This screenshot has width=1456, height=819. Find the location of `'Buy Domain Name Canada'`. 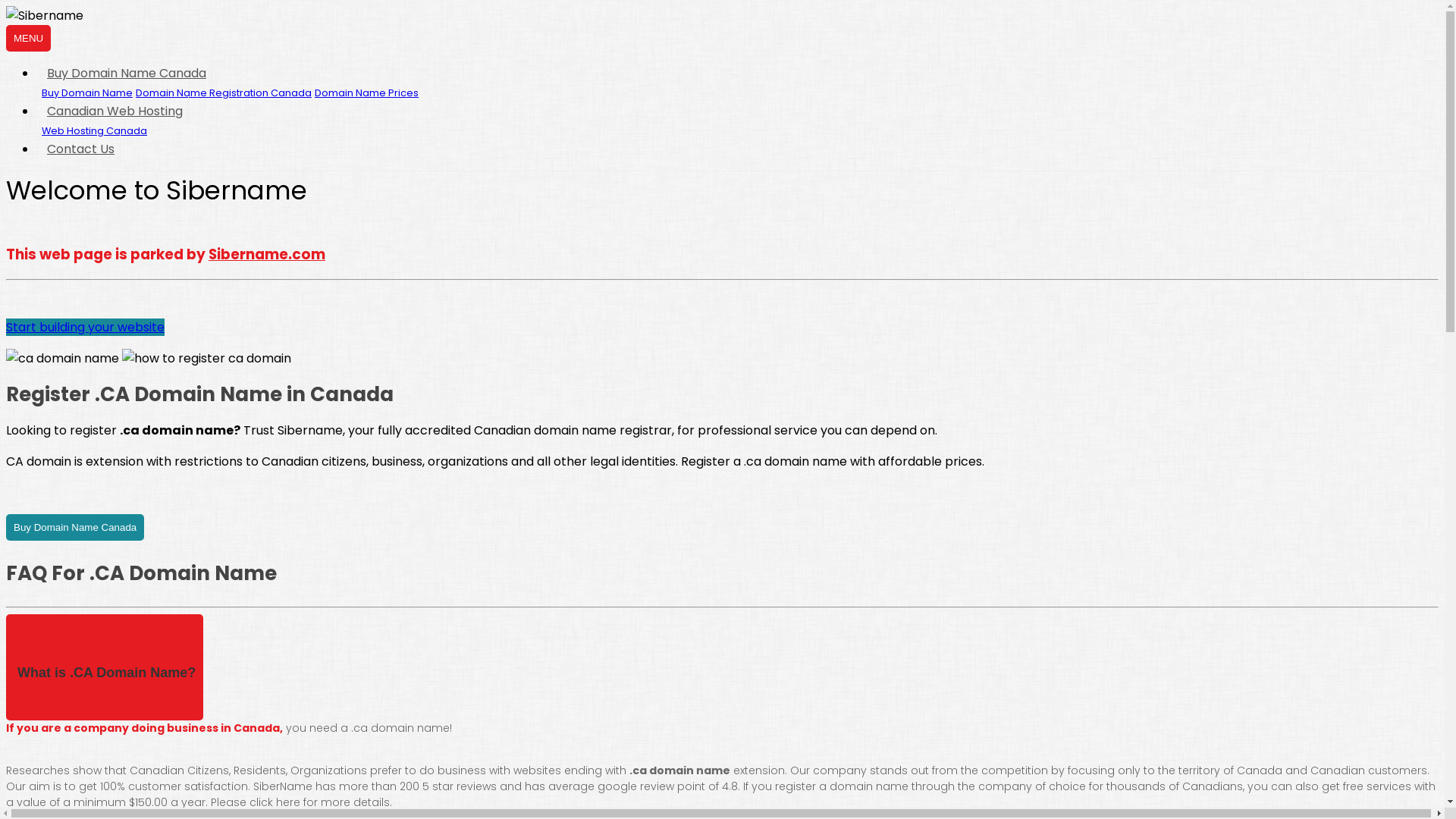

'Buy Domain Name Canada' is located at coordinates (127, 73).